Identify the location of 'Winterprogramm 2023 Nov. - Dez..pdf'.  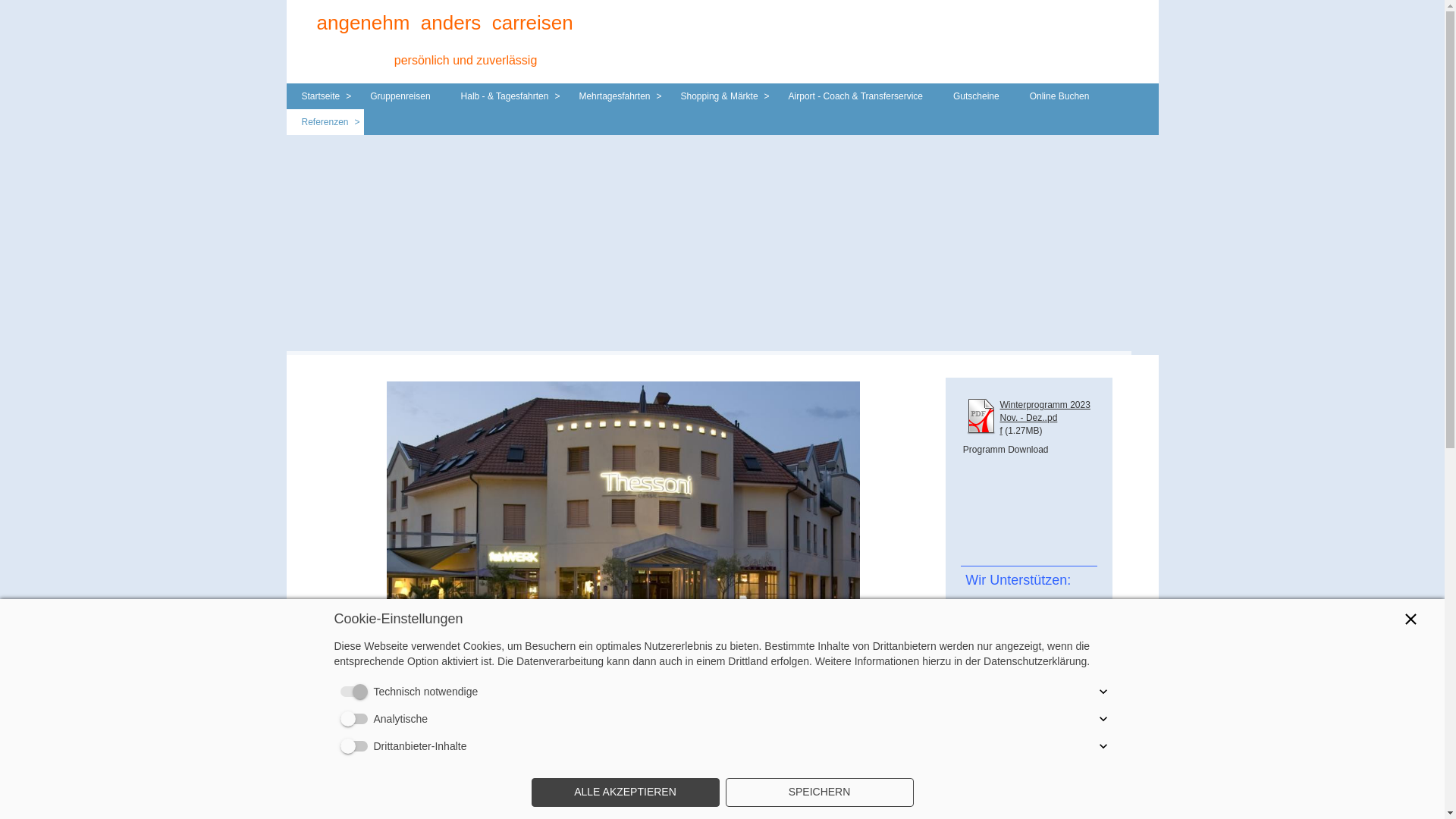
(1043, 418).